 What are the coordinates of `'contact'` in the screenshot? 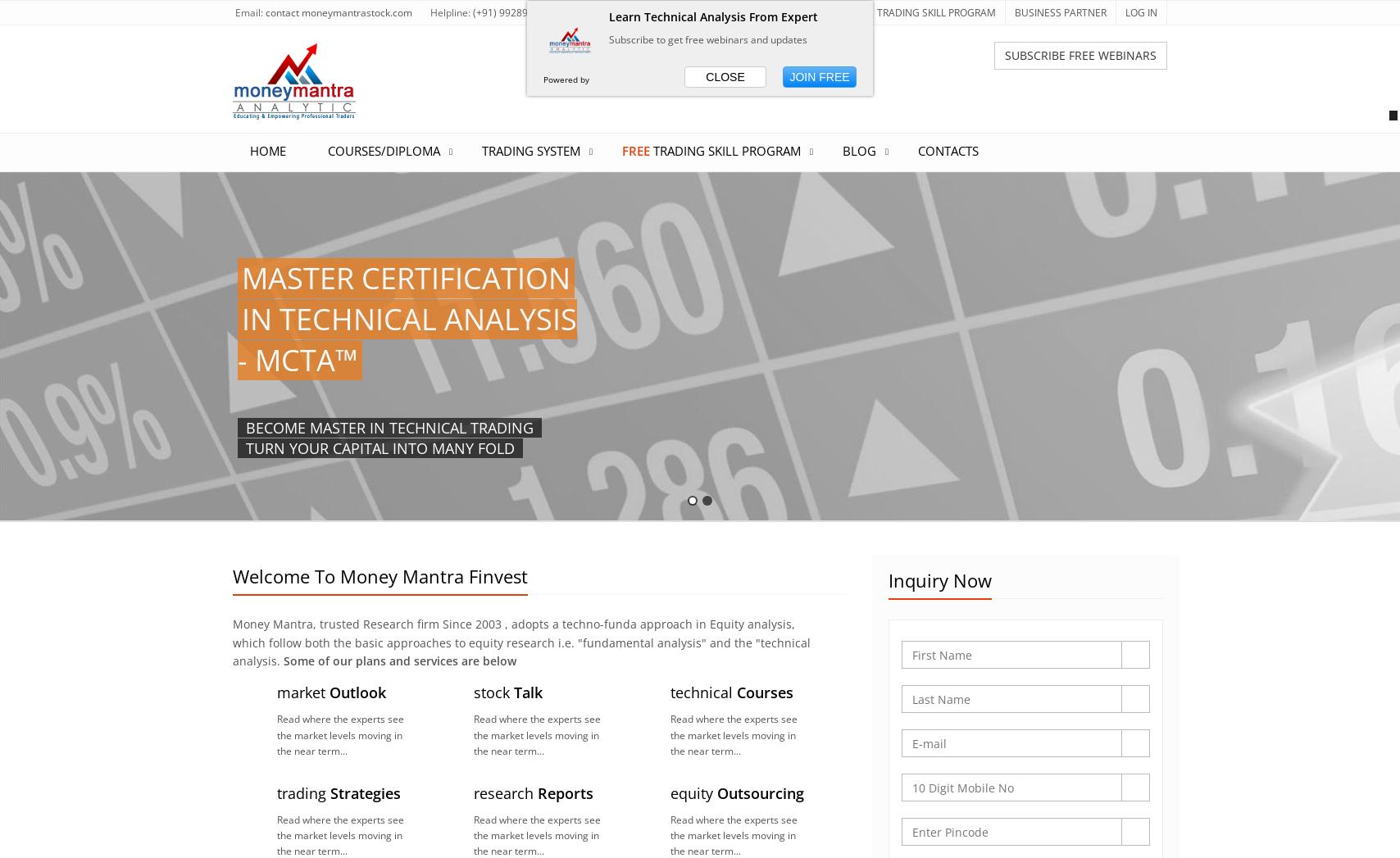 It's located at (266, 11).